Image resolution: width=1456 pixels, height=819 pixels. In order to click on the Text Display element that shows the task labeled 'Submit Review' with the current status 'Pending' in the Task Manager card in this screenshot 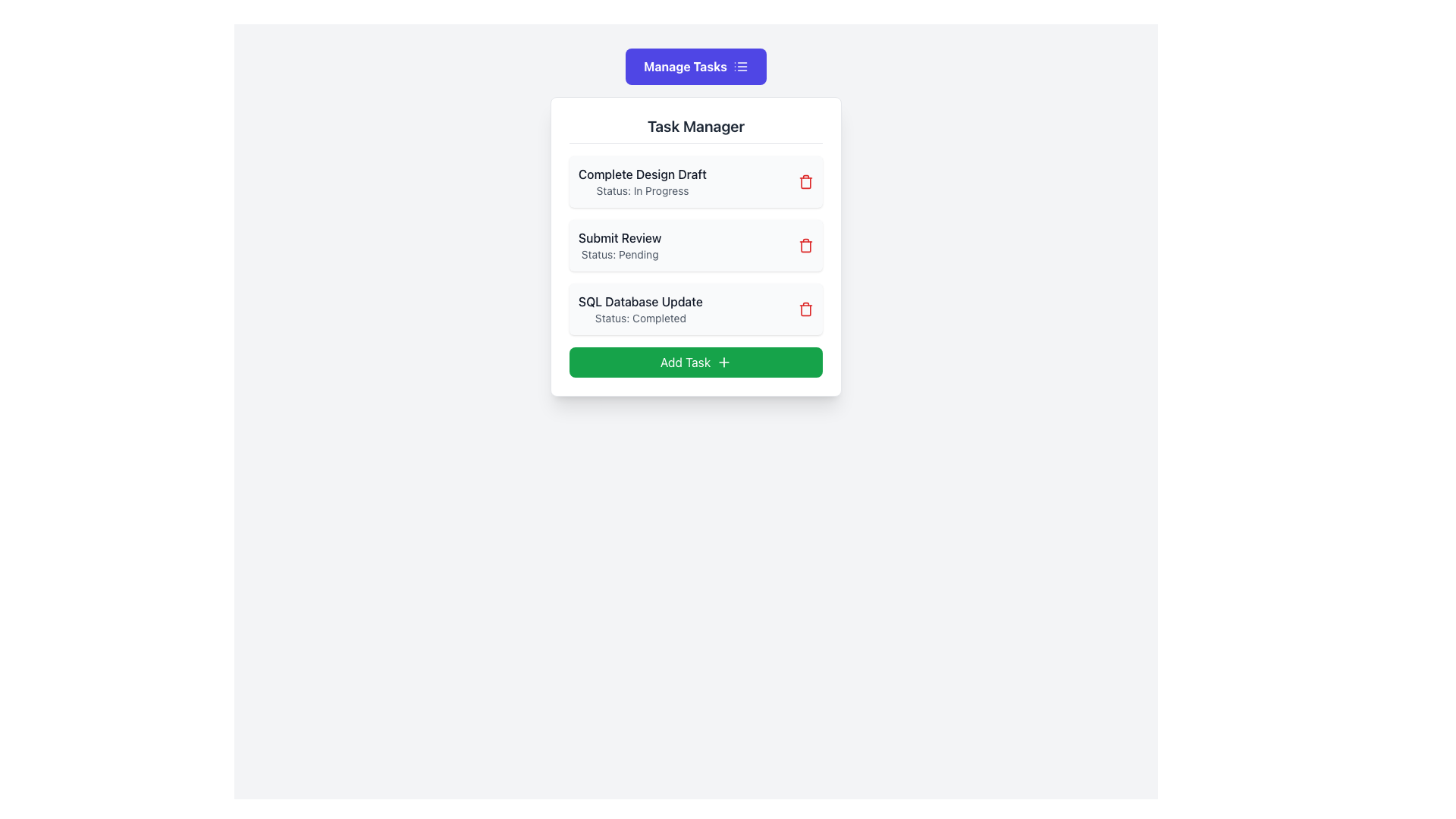, I will do `click(620, 245)`.